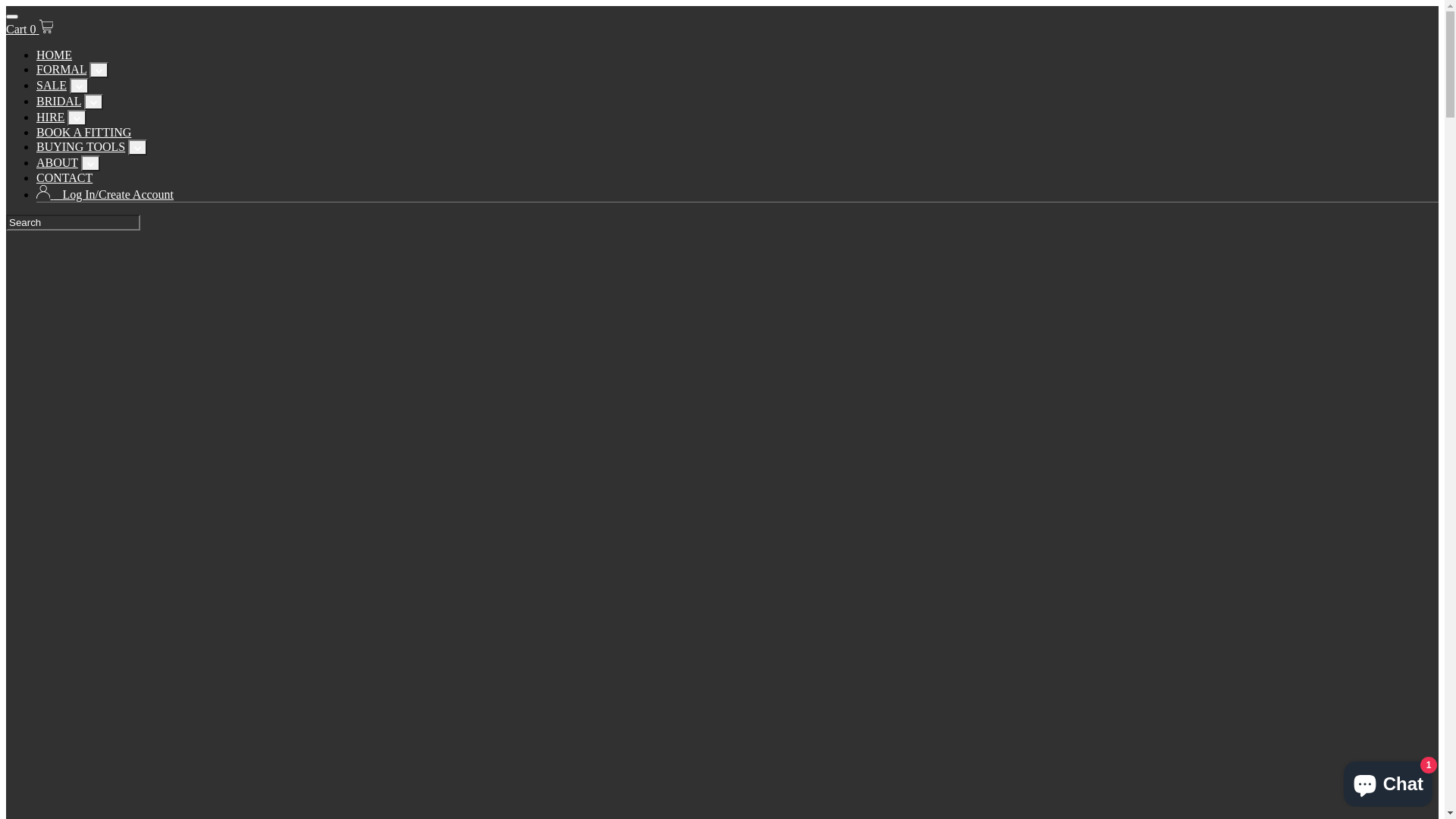 Image resolution: width=1456 pixels, height=819 pixels. What do you see at coordinates (36, 85) in the screenshot?
I see `'SALE'` at bounding box center [36, 85].